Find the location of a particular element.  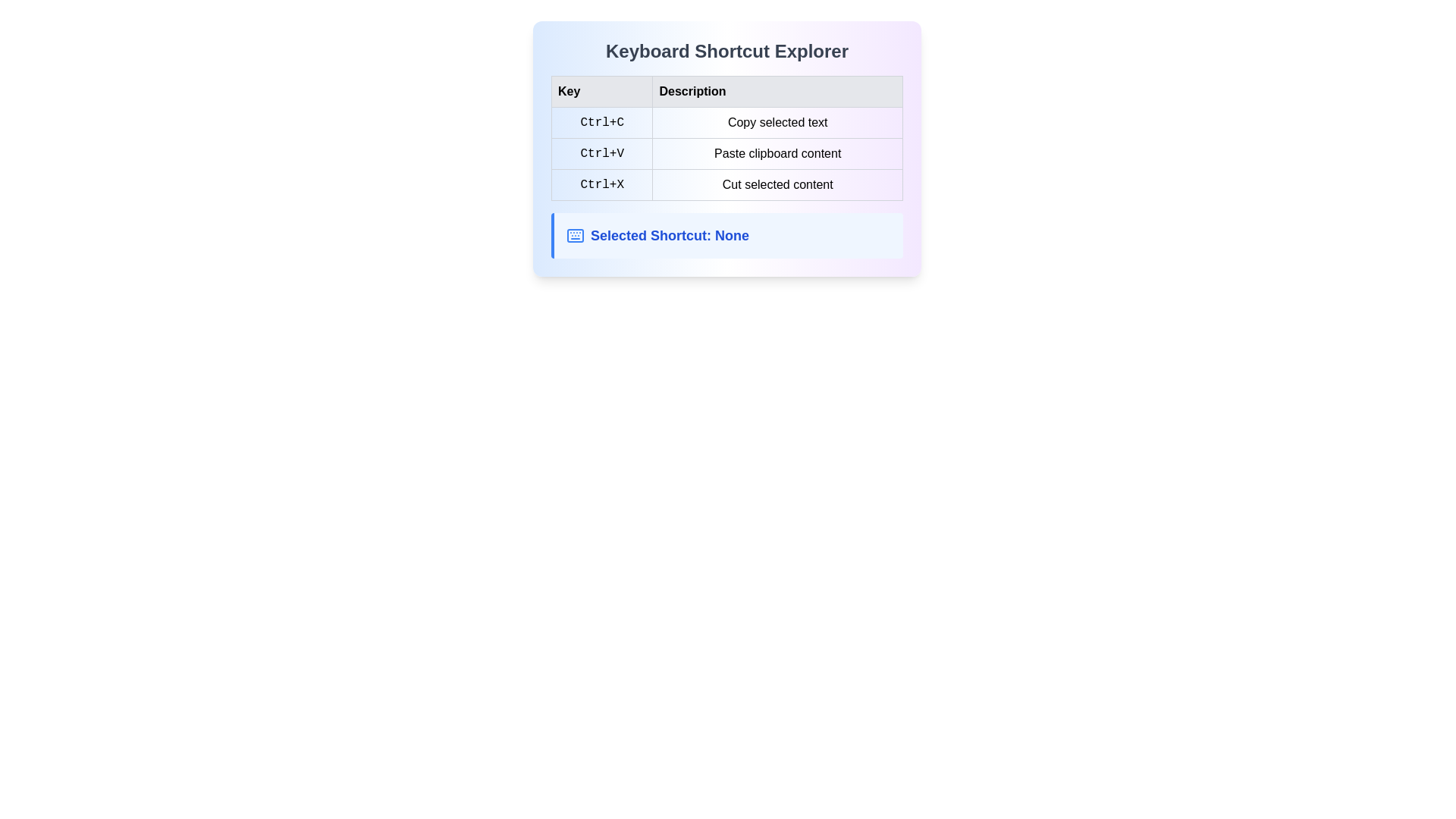

and understand the information presented in the 'Keyboard Shortcut Explorer' table, which lists keyboard shortcuts and their descriptions is located at coordinates (726, 149).